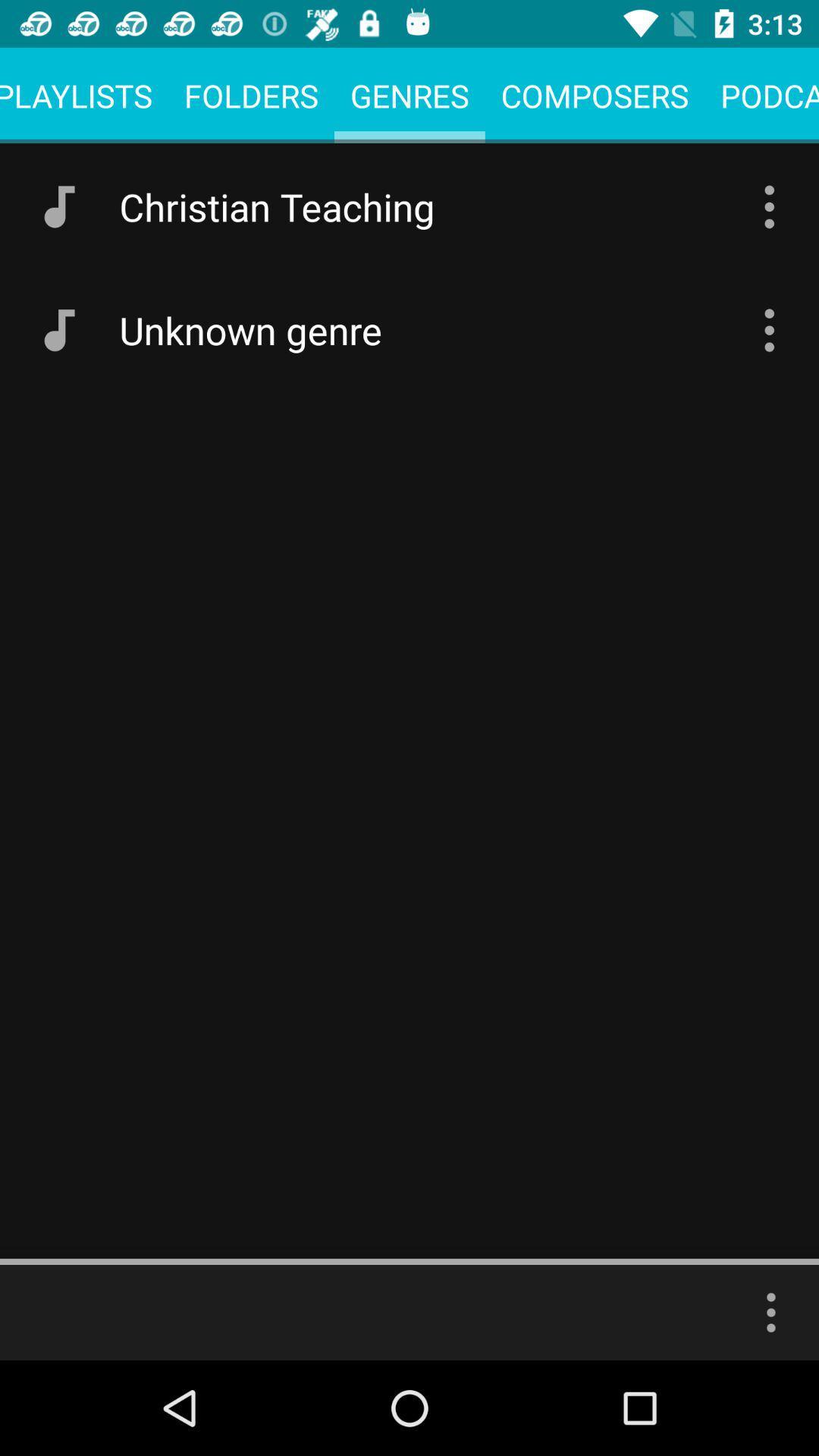 The height and width of the screenshot is (1456, 819). Describe the element at coordinates (771, 1312) in the screenshot. I see `the more icon` at that location.